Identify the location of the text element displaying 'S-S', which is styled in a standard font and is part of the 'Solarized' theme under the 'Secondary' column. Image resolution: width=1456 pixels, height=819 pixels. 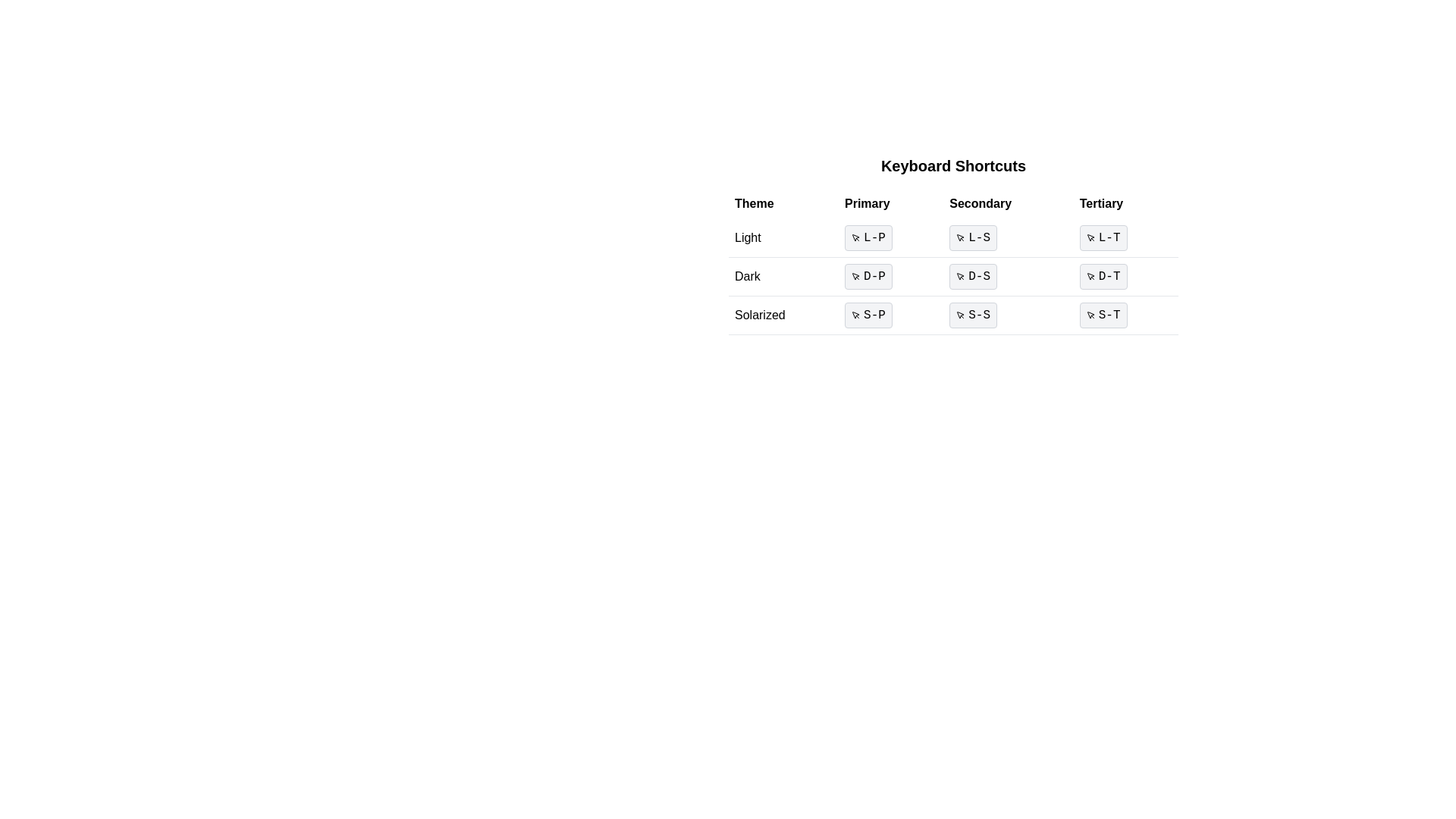
(979, 315).